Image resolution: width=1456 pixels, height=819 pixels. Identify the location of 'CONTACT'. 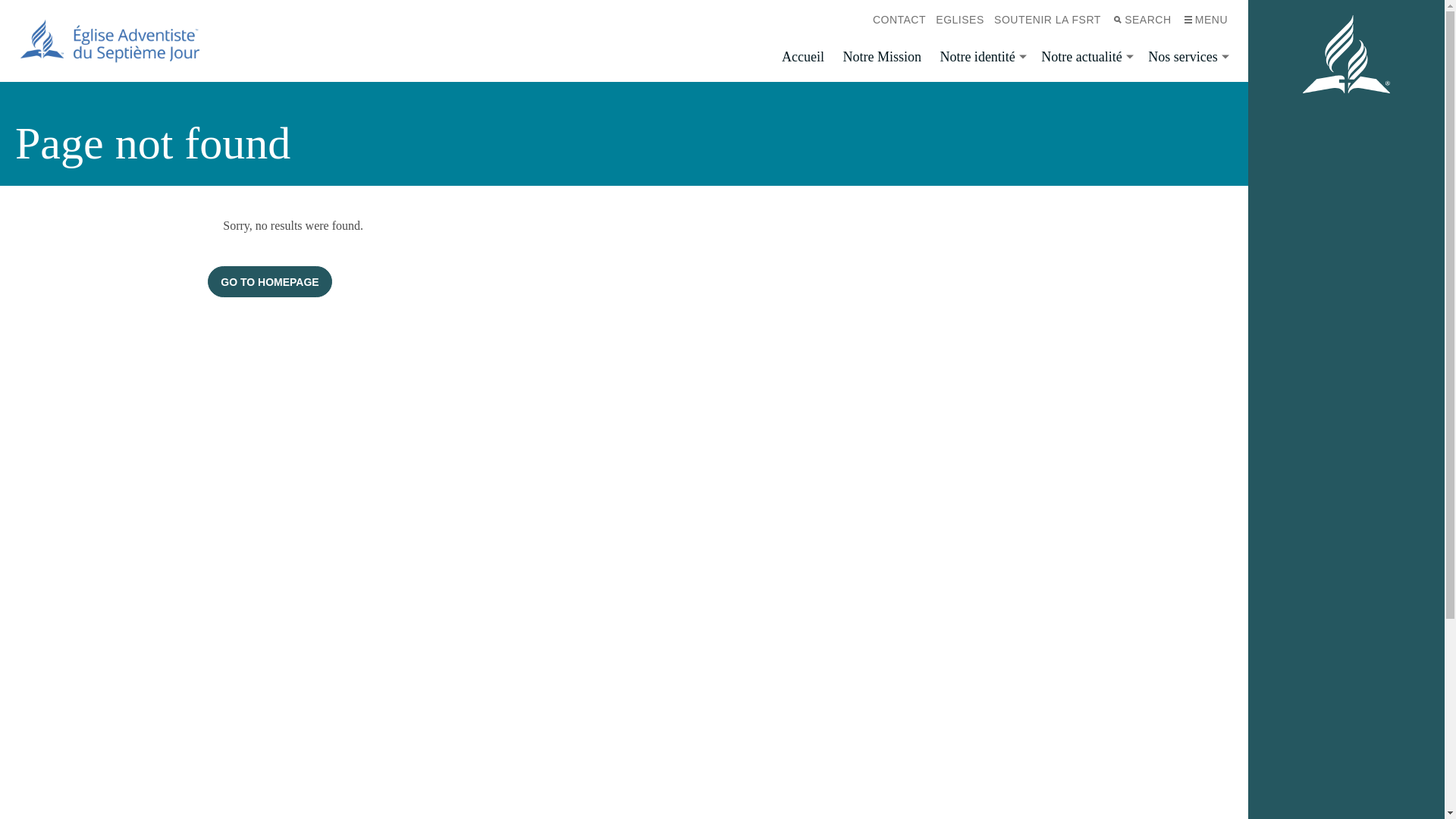
(899, 20).